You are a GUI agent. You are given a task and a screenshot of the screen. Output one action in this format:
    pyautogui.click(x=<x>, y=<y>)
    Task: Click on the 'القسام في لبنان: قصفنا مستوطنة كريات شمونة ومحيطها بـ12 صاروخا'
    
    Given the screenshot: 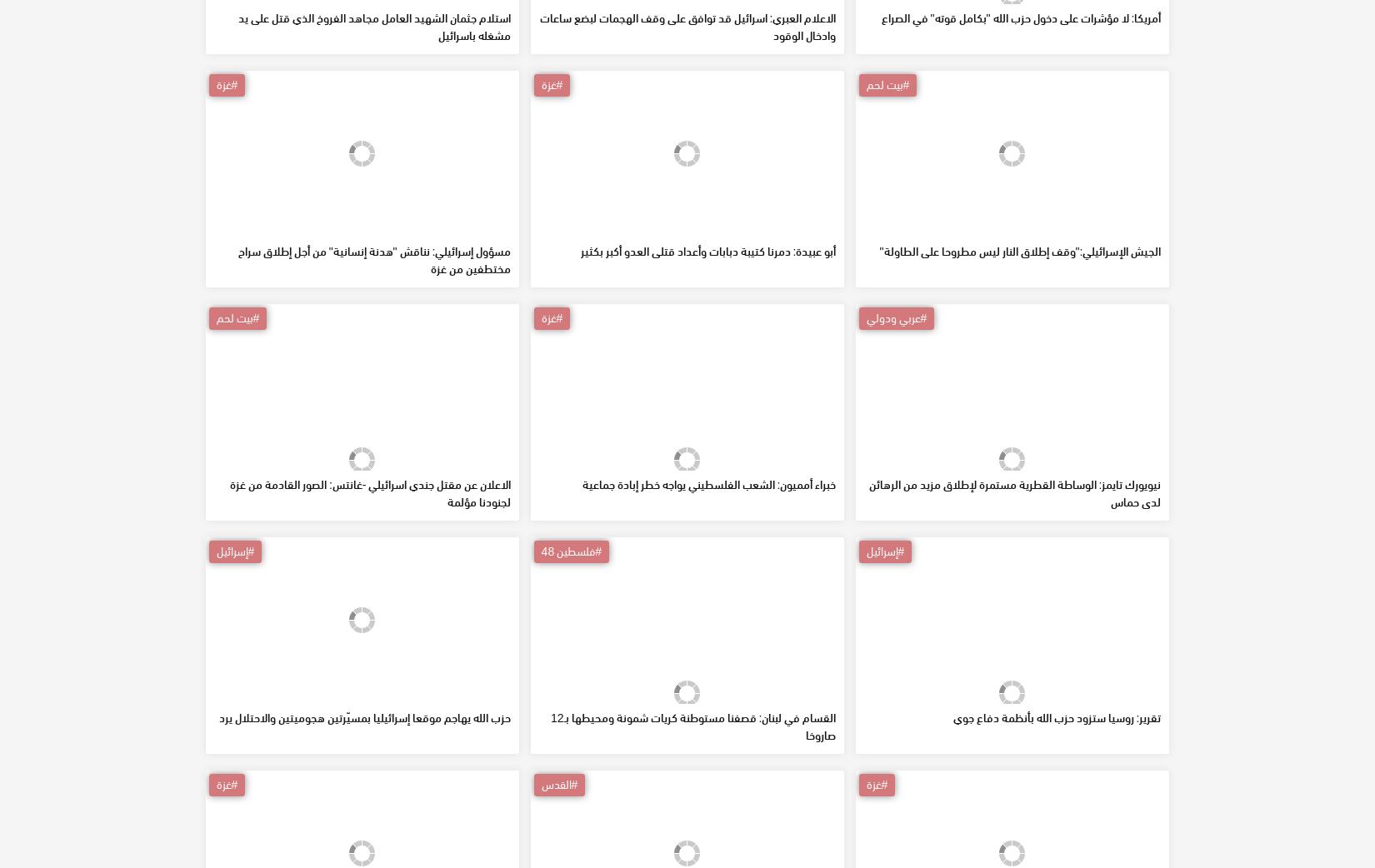 What is the action you would take?
    pyautogui.click(x=549, y=846)
    